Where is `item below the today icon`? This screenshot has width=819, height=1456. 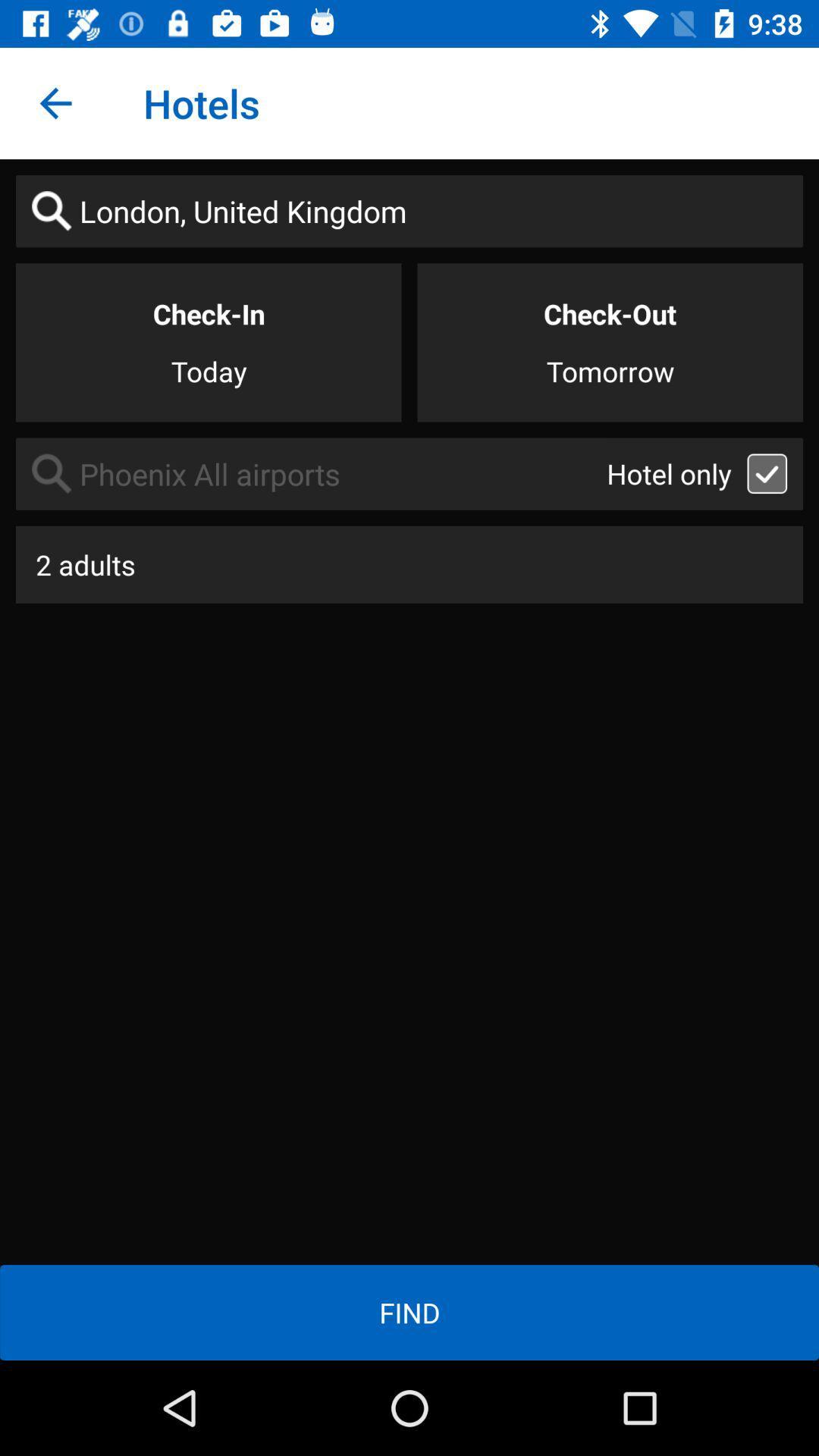
item below the today icon is located at coordinates (310, 473).